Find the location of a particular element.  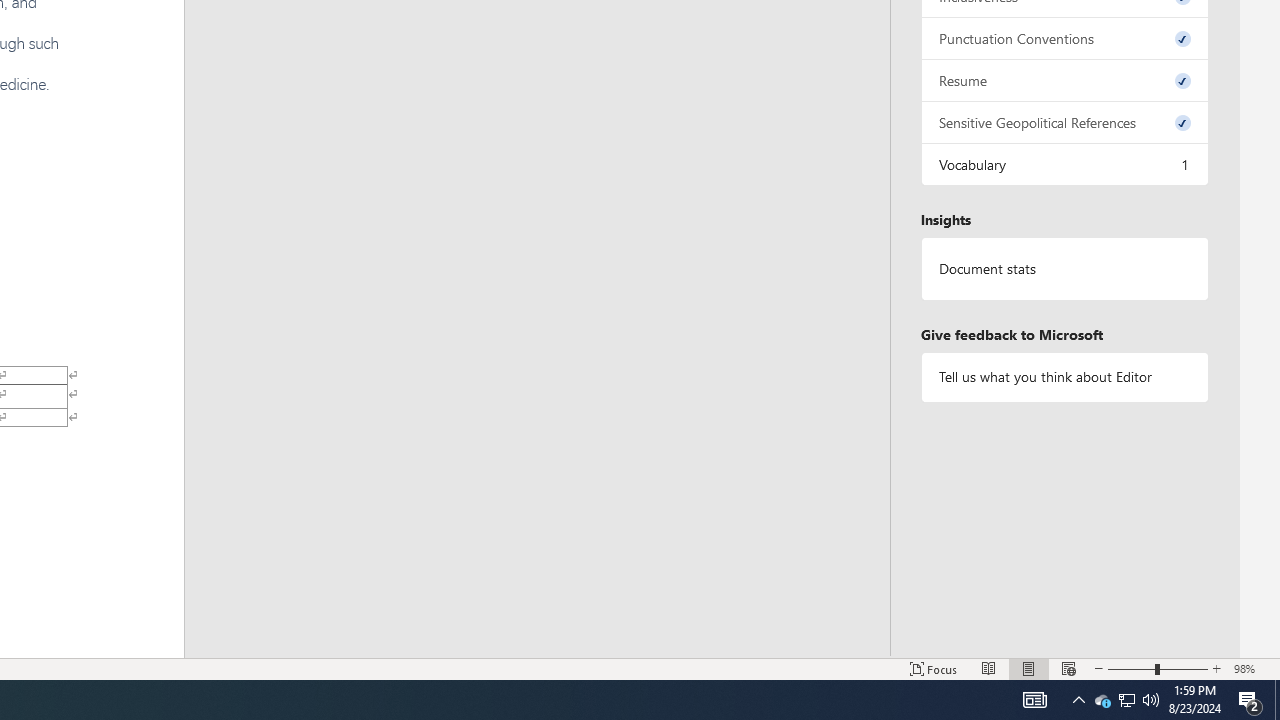

'Resume, 0 issues. Press space or enter to review items.' is located at coordinates (1063, 79).